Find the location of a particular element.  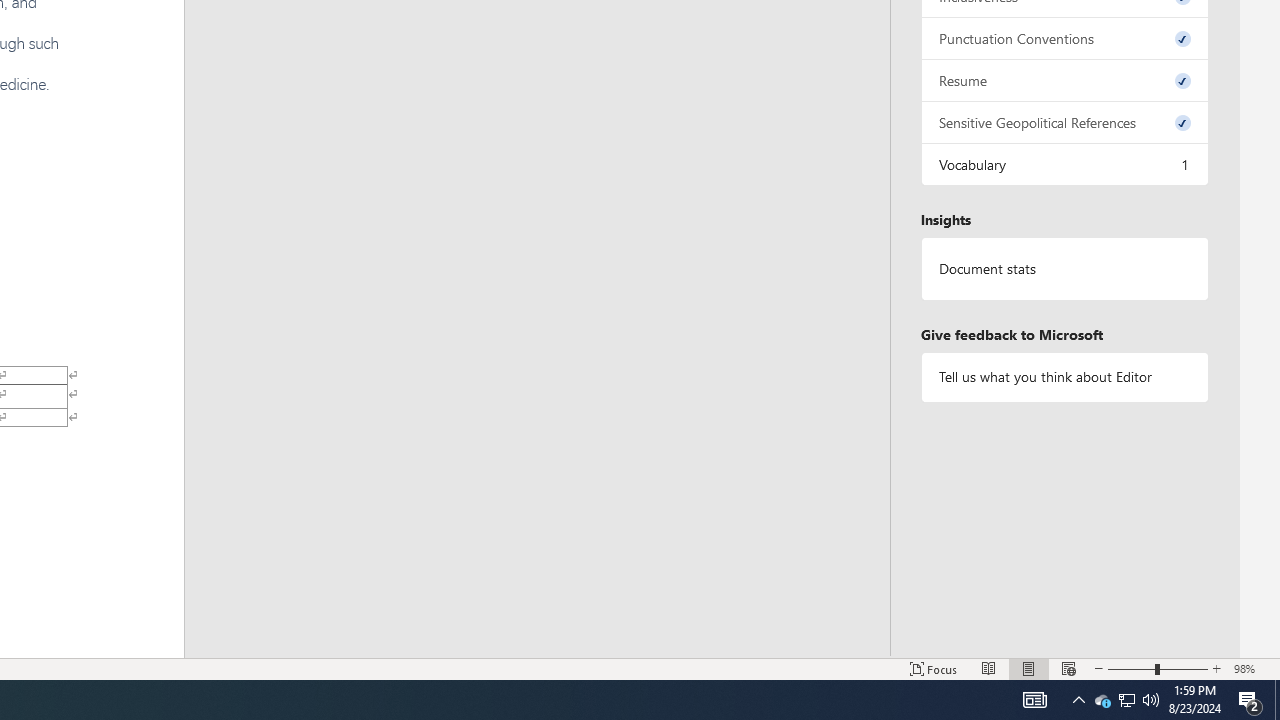

'Resume, 0 issues. Press space or enter to review items.' is located at coordinates (1063, 79).